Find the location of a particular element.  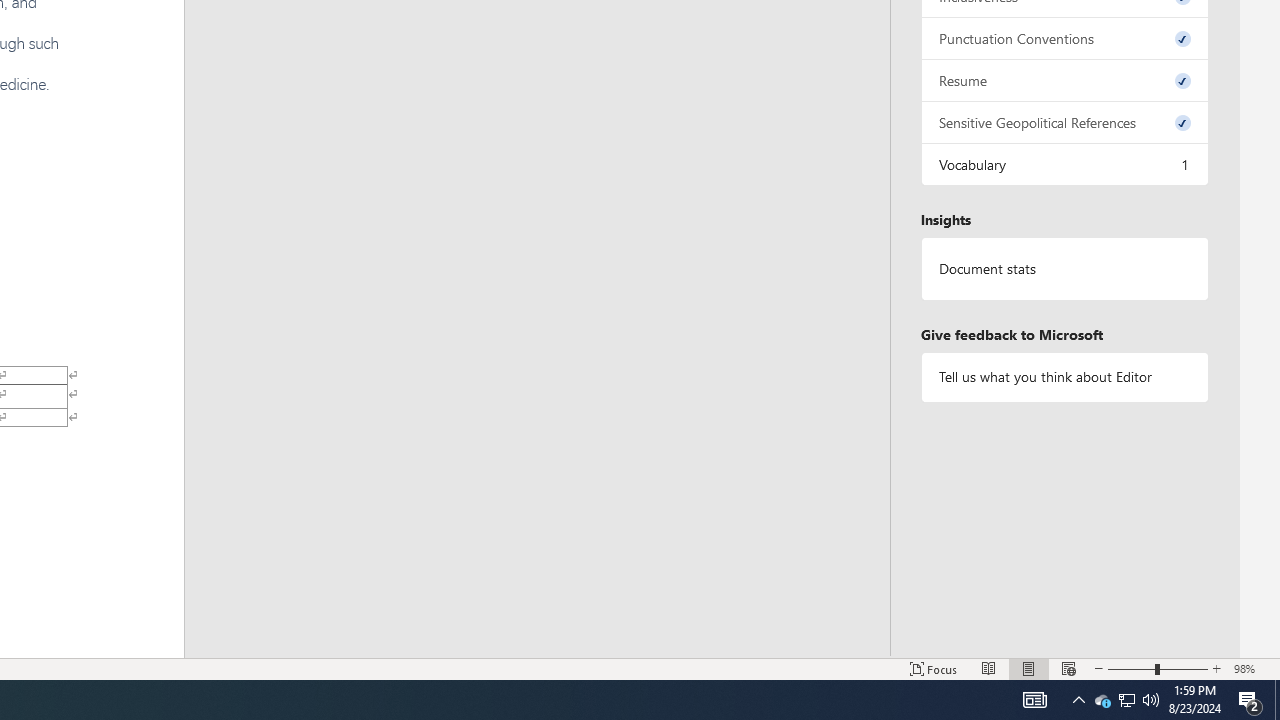

'Resume, 0 issues. Press space or enter to review items.' is located at coordinates (1063, 79).